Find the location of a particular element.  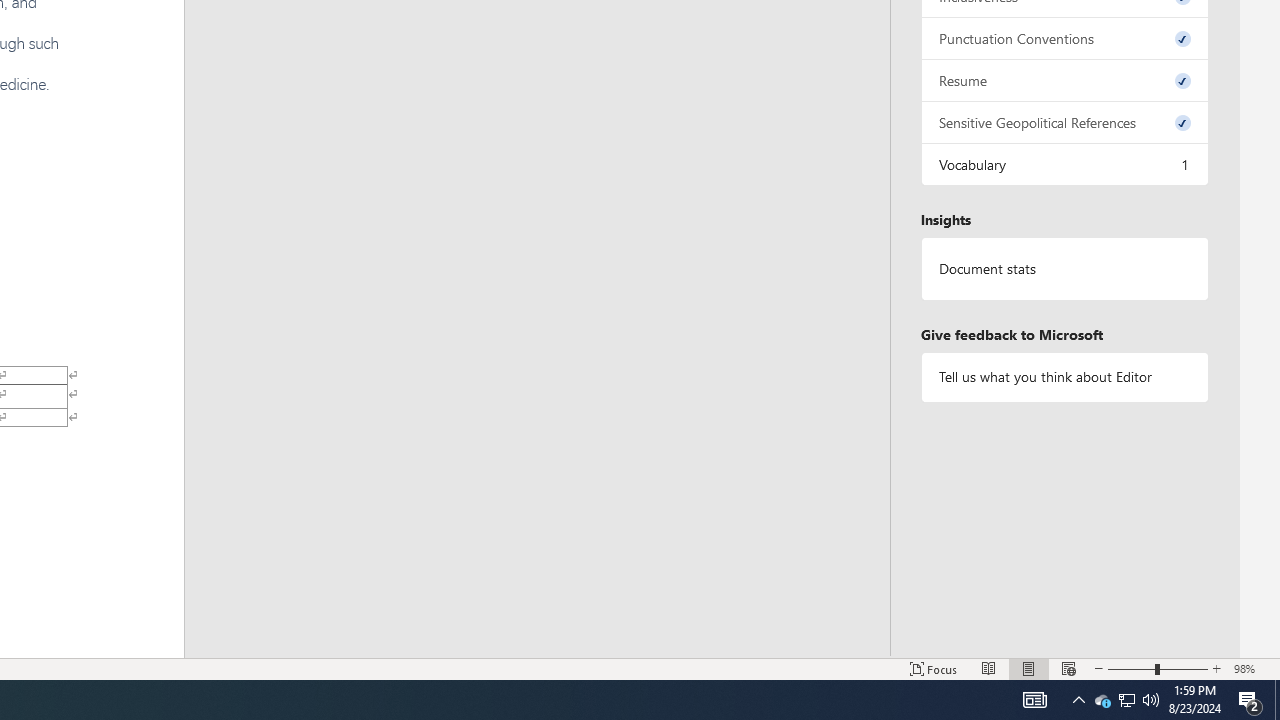

'Resume, 0 issues. Press space or enter to review items.' is located at coordinates (1063, 79).